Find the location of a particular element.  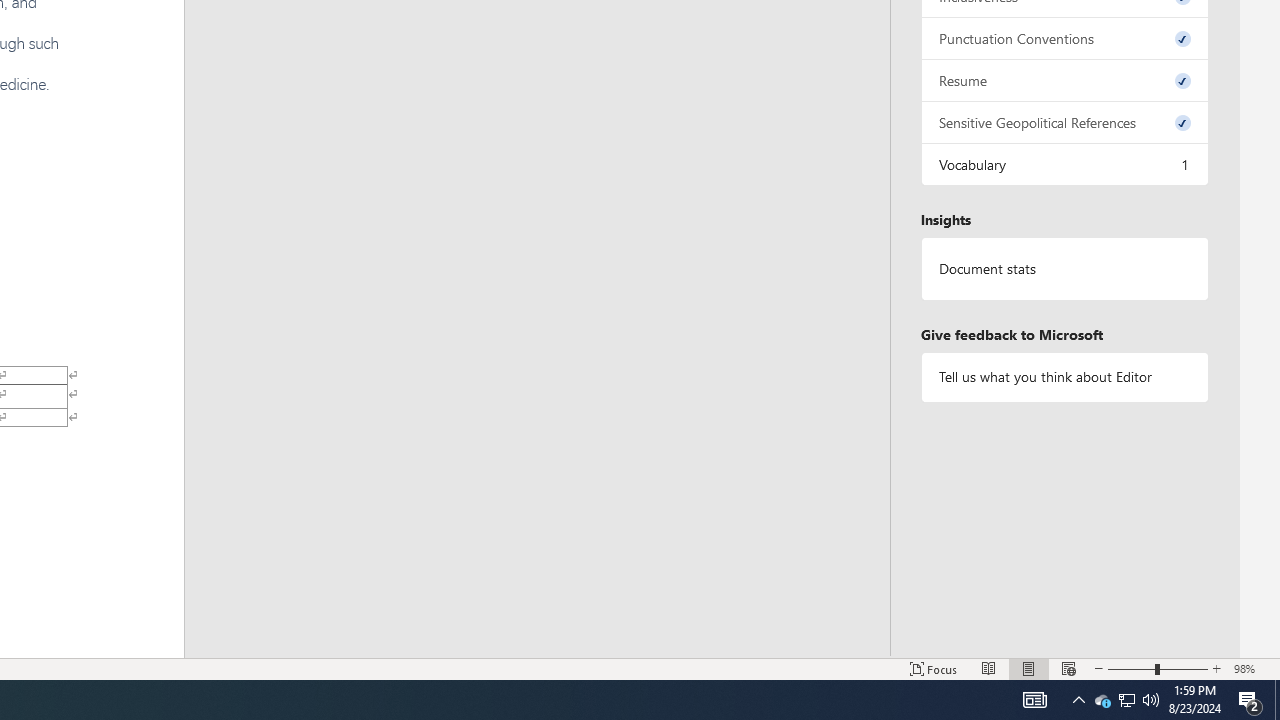

'Resume, 0 issues. Press space or enter to review items.' is located at coordinates (1063, 79).